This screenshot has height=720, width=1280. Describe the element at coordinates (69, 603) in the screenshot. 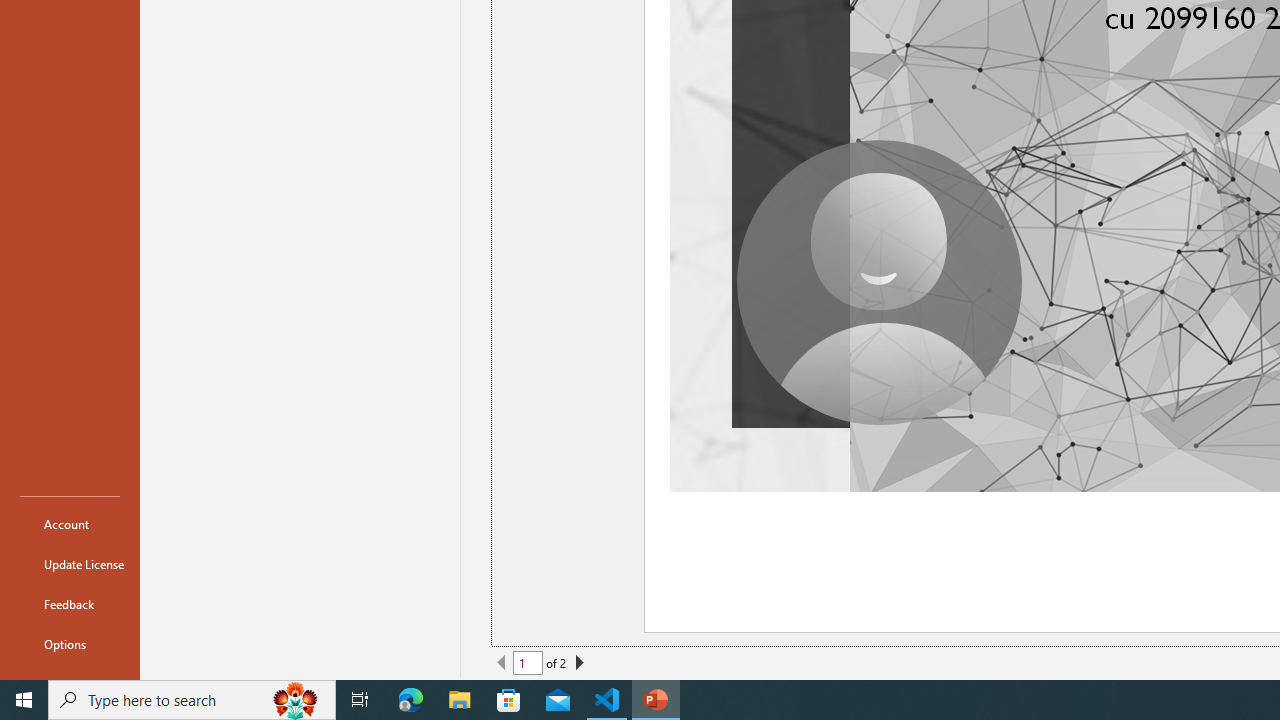

I see `'Feedback'` at that location.